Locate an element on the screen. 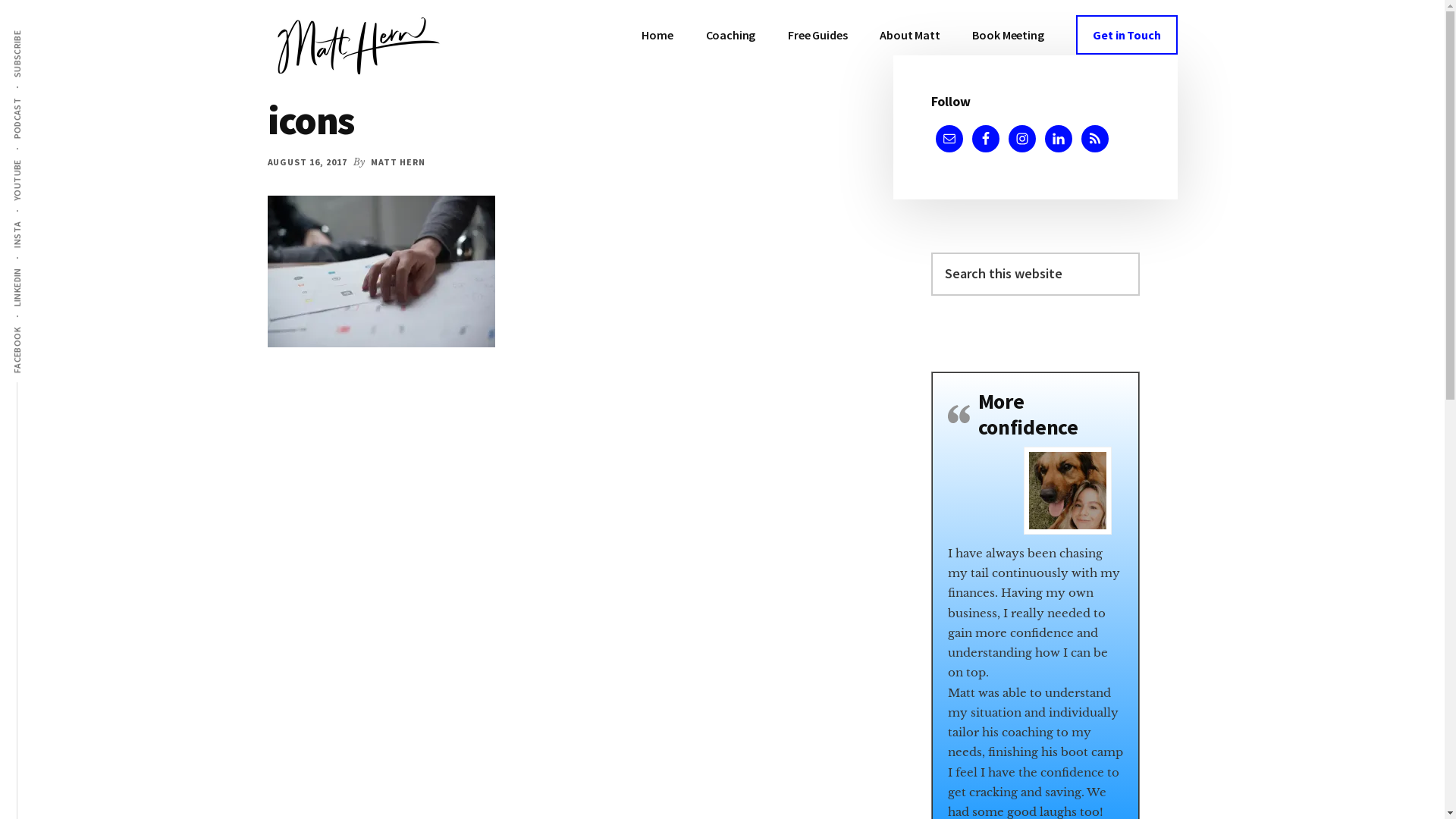 Image resolution: width=1456 pixels, height=819 pixels. 'Search' is located at coordinates (1139, 251).